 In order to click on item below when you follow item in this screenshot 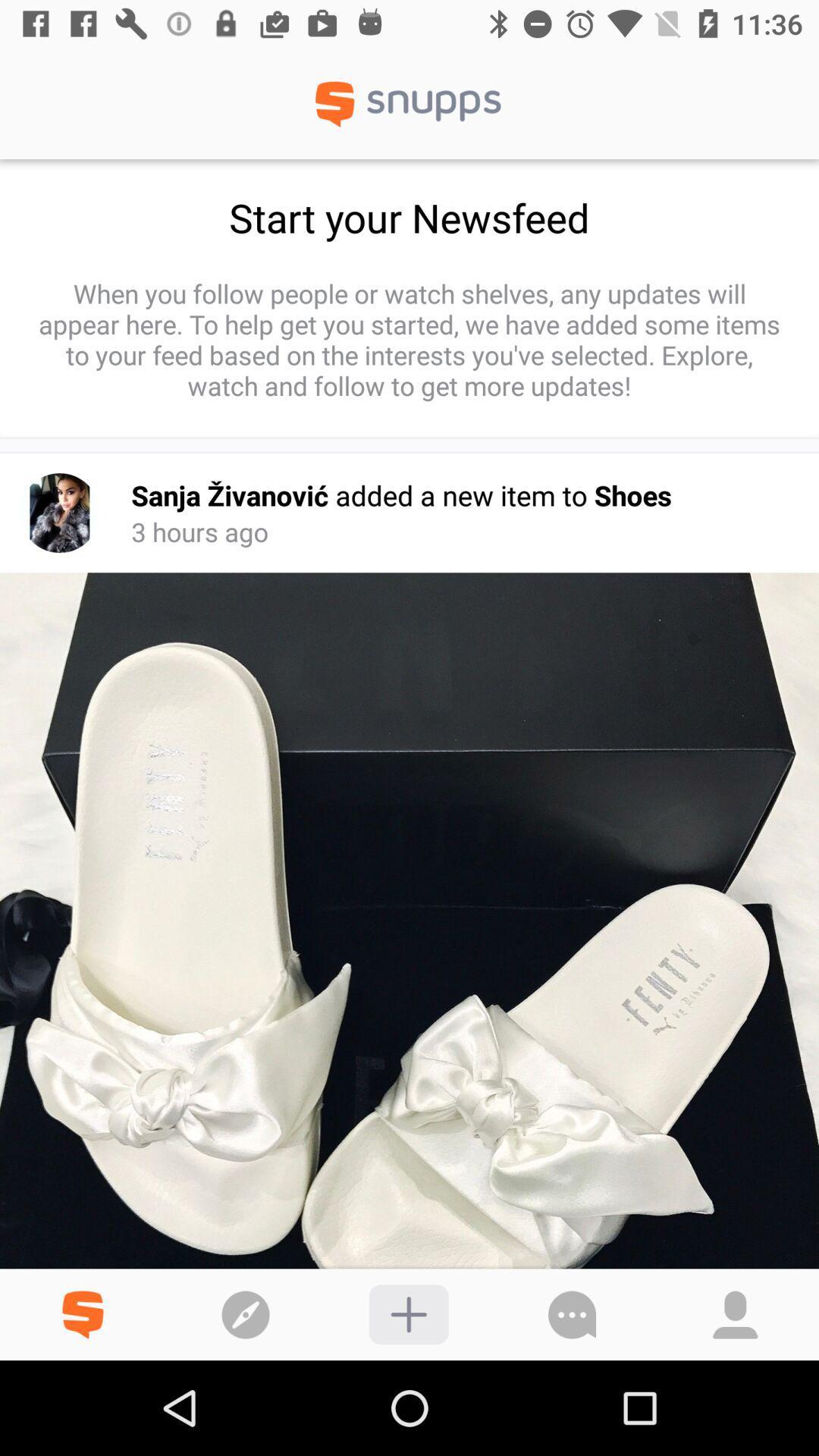, I will do `click(58, 513)`.